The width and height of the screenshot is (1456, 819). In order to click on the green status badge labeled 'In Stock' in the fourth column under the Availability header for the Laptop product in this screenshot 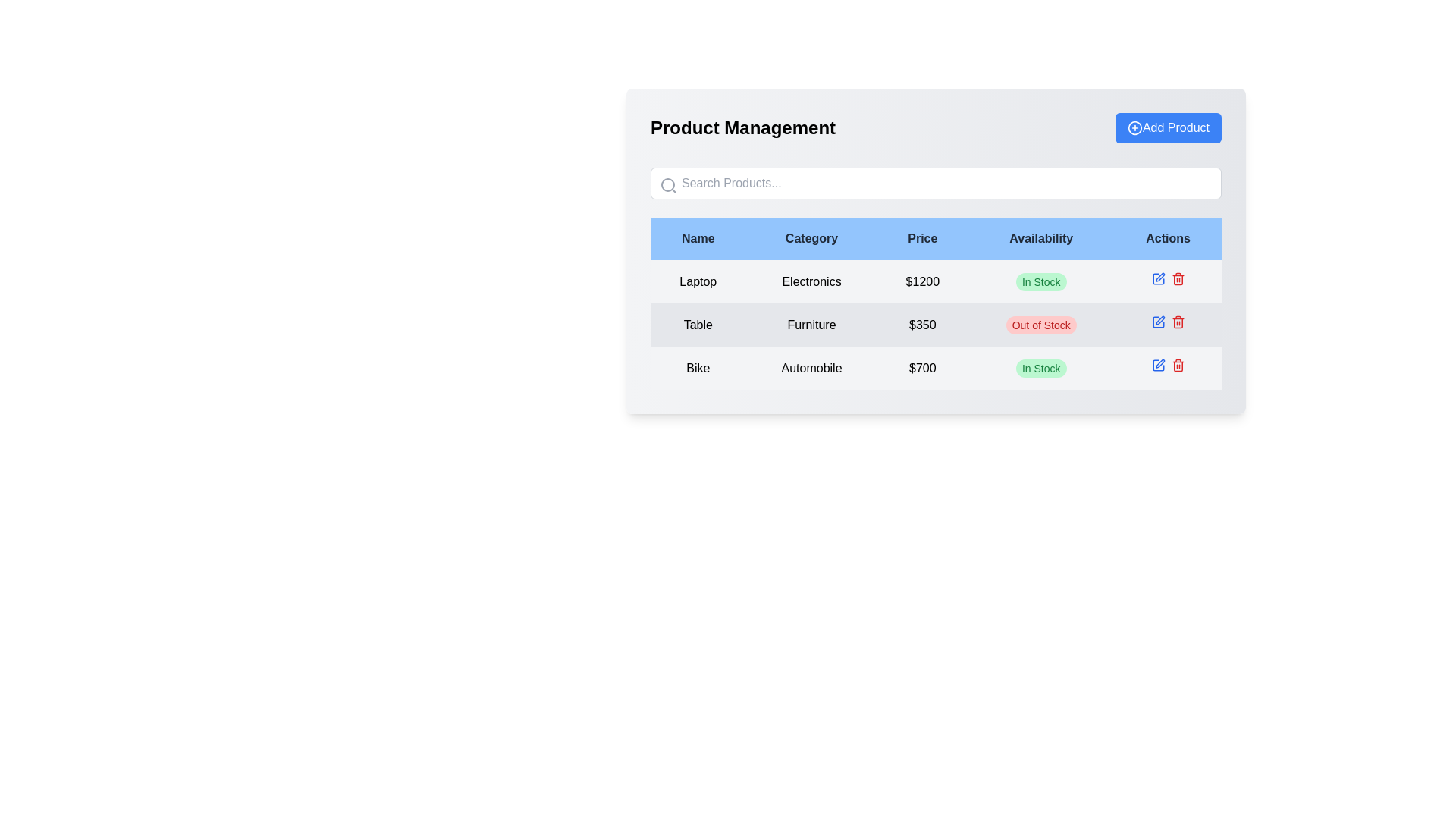, I will do `click(1040, 281)`.